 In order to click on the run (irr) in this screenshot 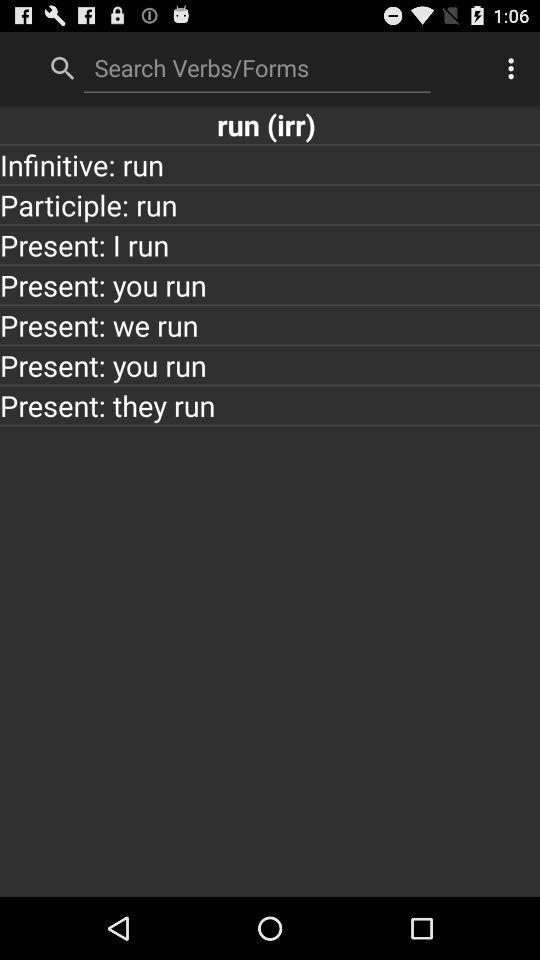, I will do `click(270, 123)`.